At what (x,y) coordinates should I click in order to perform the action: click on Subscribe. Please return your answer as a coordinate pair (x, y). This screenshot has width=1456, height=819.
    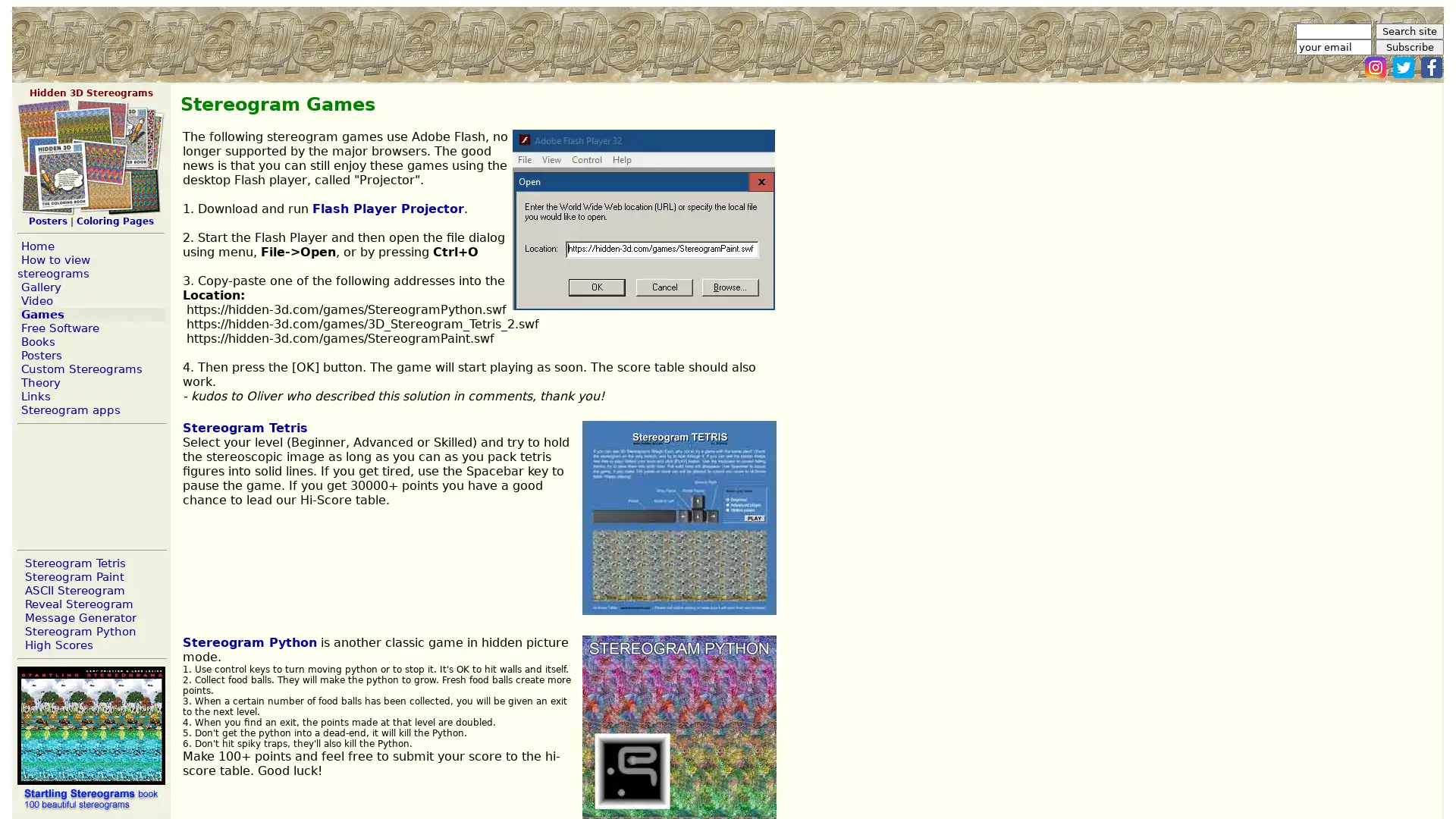
    Looking at the image, I should click on (1408, 46).